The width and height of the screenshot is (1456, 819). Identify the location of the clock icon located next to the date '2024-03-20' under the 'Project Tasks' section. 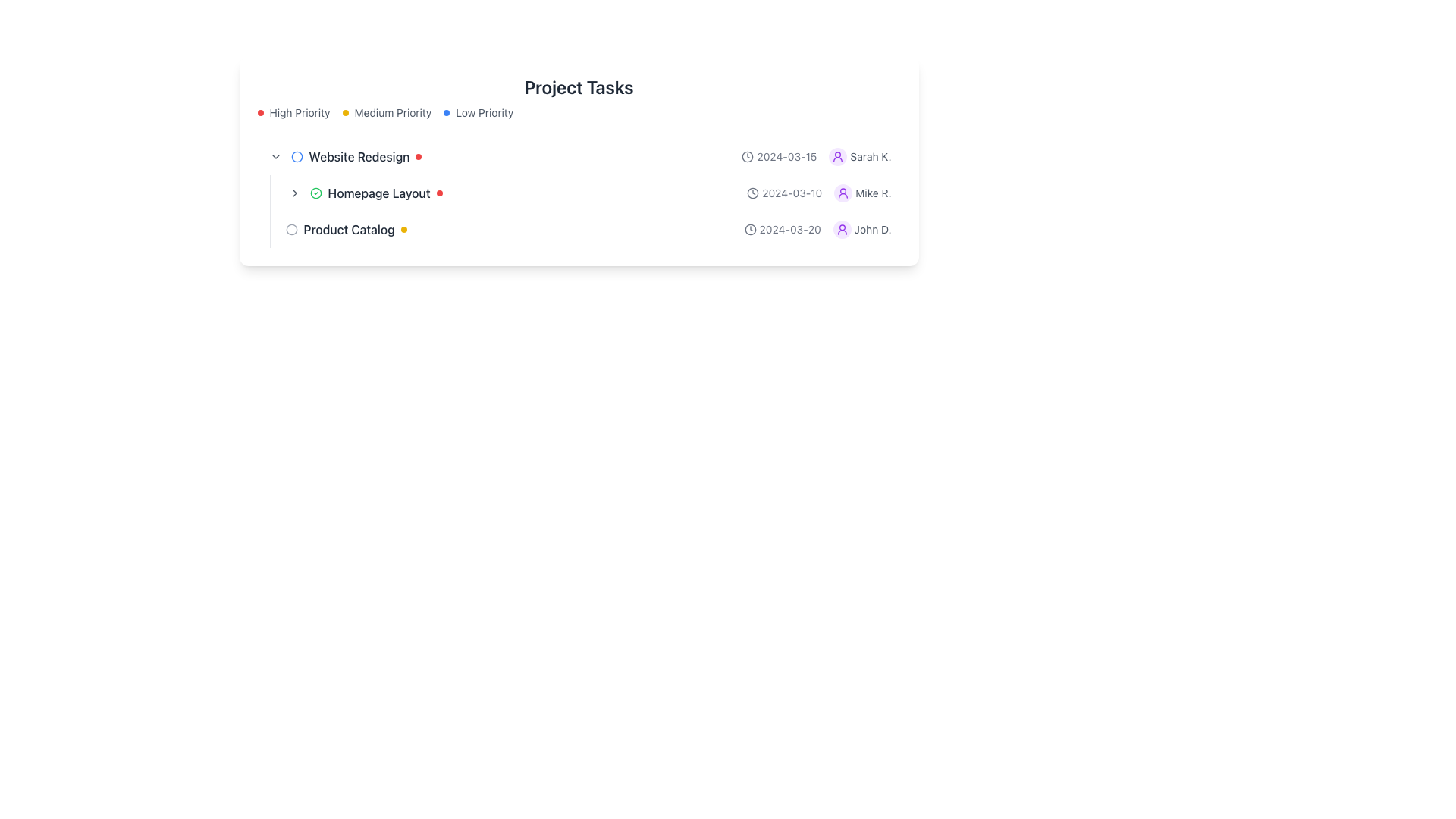
(750, 230).